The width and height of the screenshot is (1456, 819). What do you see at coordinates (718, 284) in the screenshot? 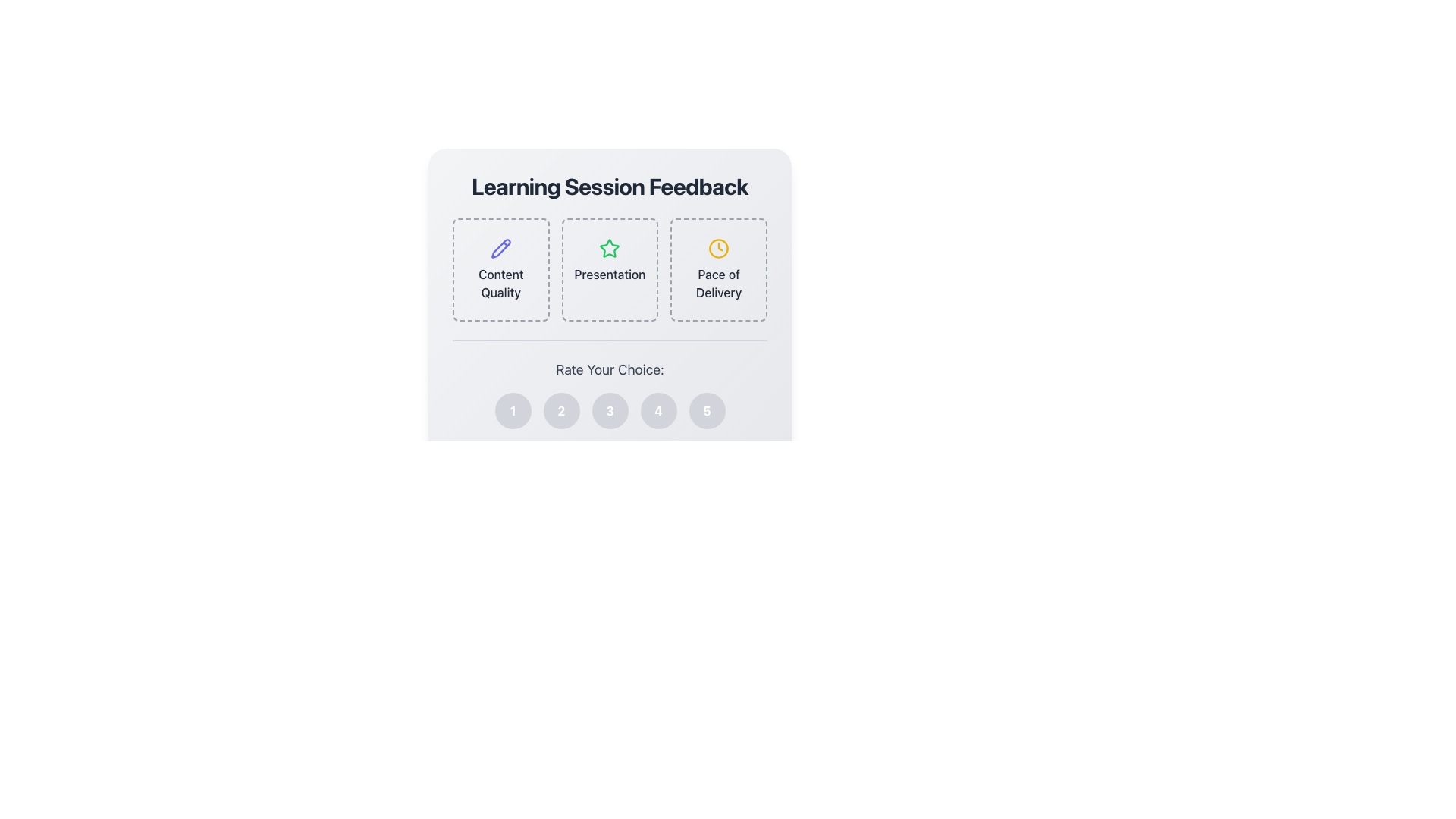
I see `the 'Pace of Delivery' text label, which is styled in dark gray and located below a yellow clock icon within a dashed-bordered box` at bounding box center [718, 284].